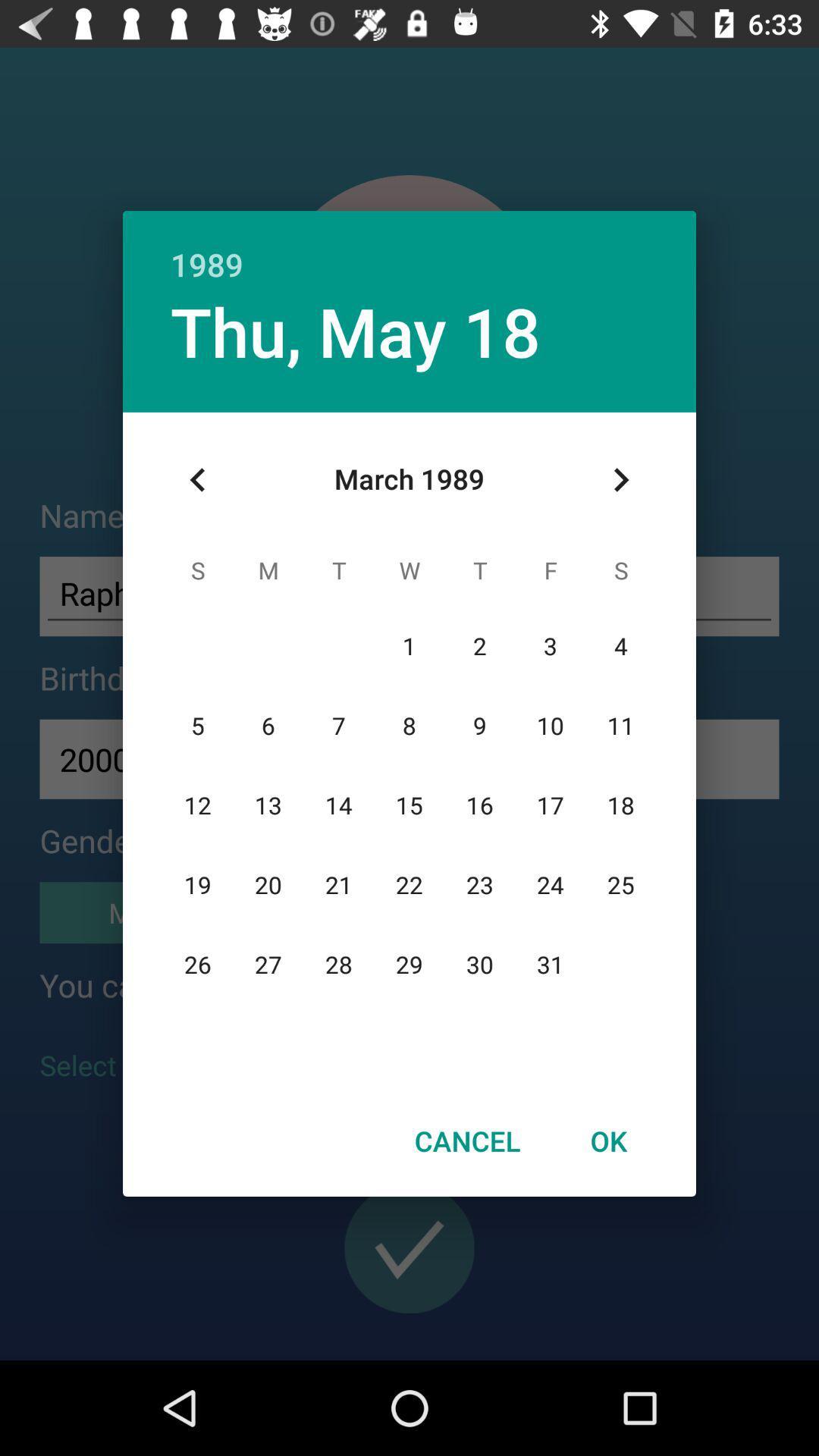  What do you see at coordinates (356, 330) in the screenshot?
I see `app below the 1989` at bounding box center [356, 330].